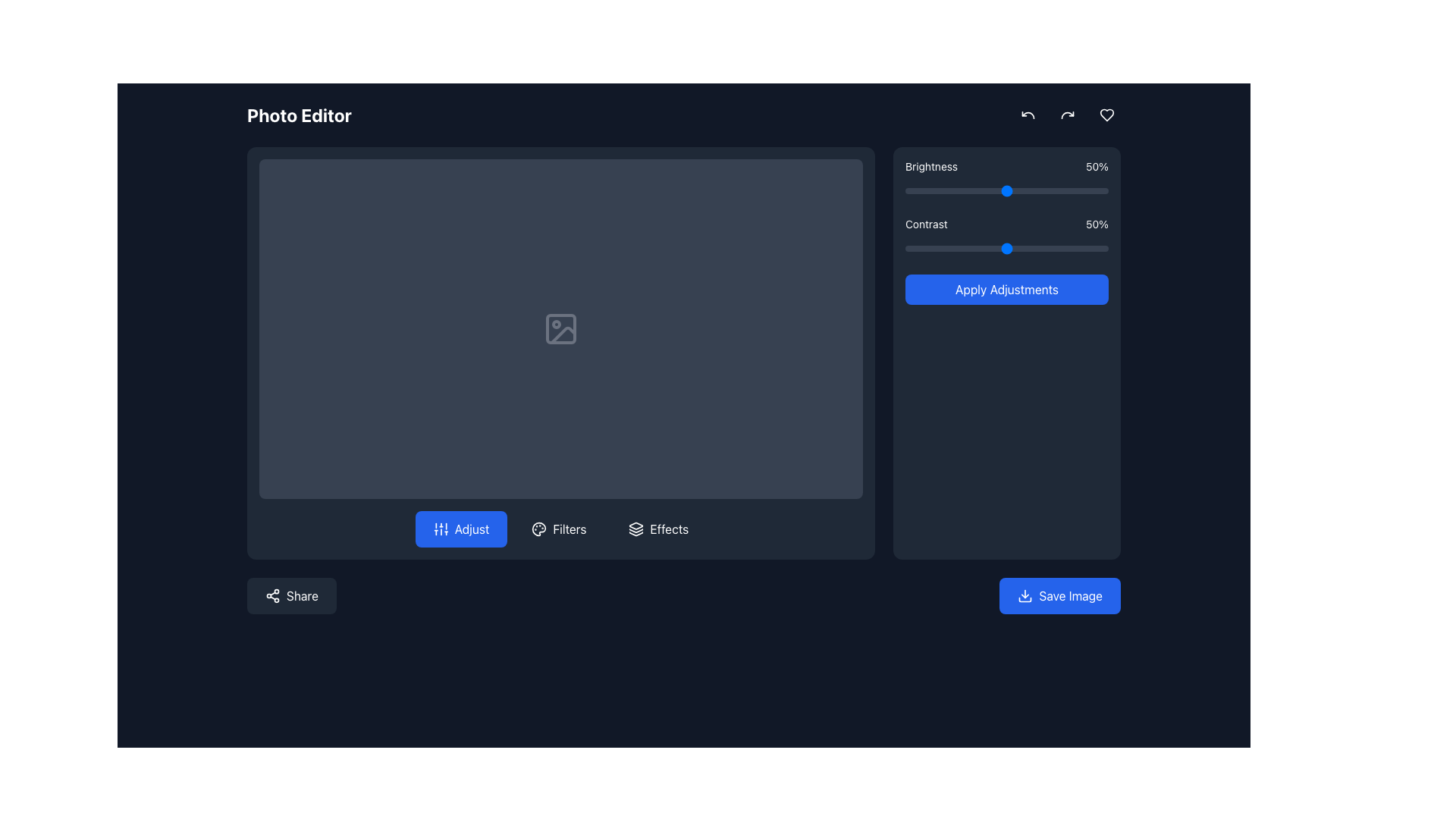 This screenshot has width=1456, height=819. Describe the element at coordinates (1032, 190) in the screenshot. I see `brightness` at that location.